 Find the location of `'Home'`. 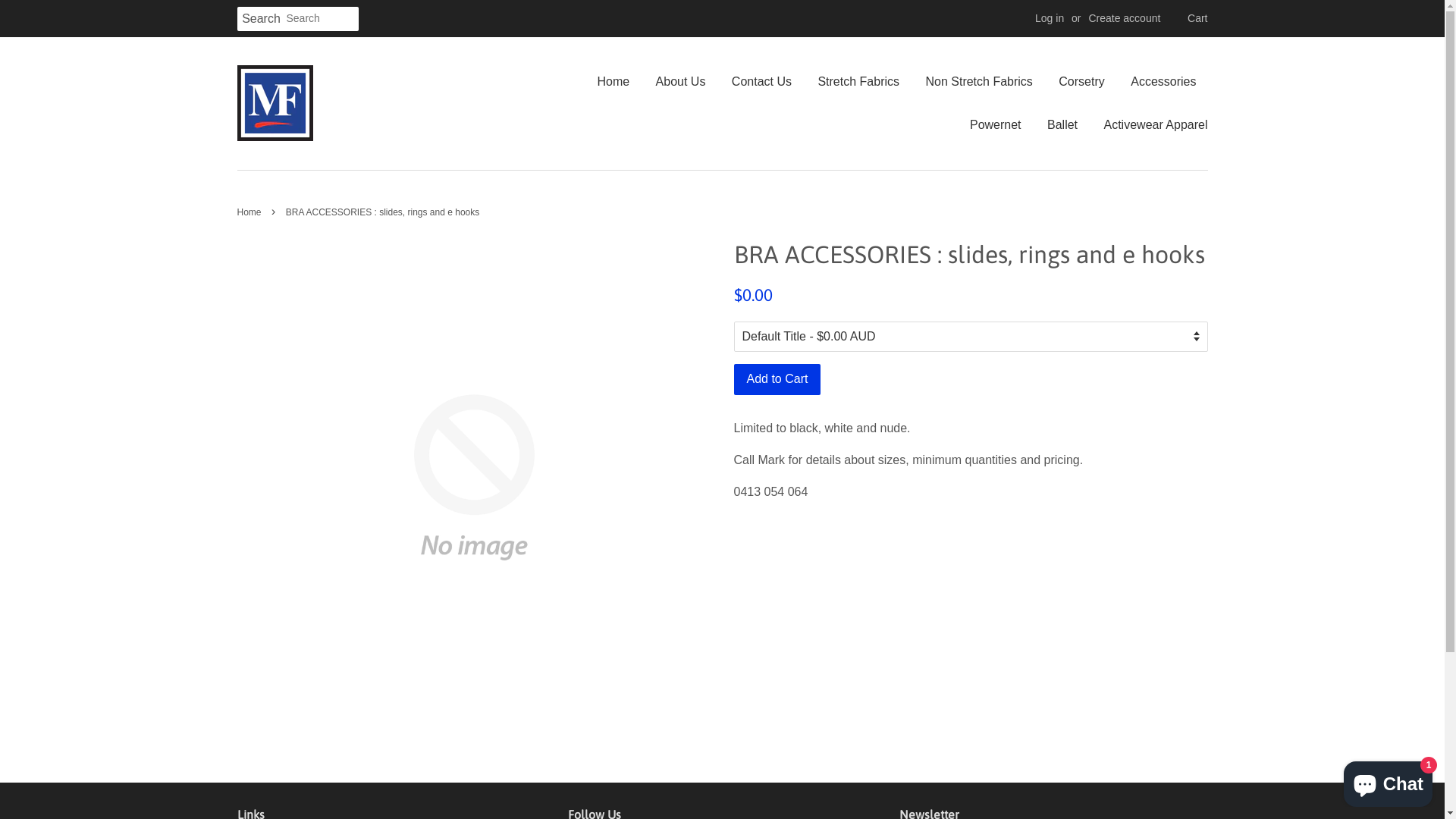

'Home' is located at coordinates (250, 212).